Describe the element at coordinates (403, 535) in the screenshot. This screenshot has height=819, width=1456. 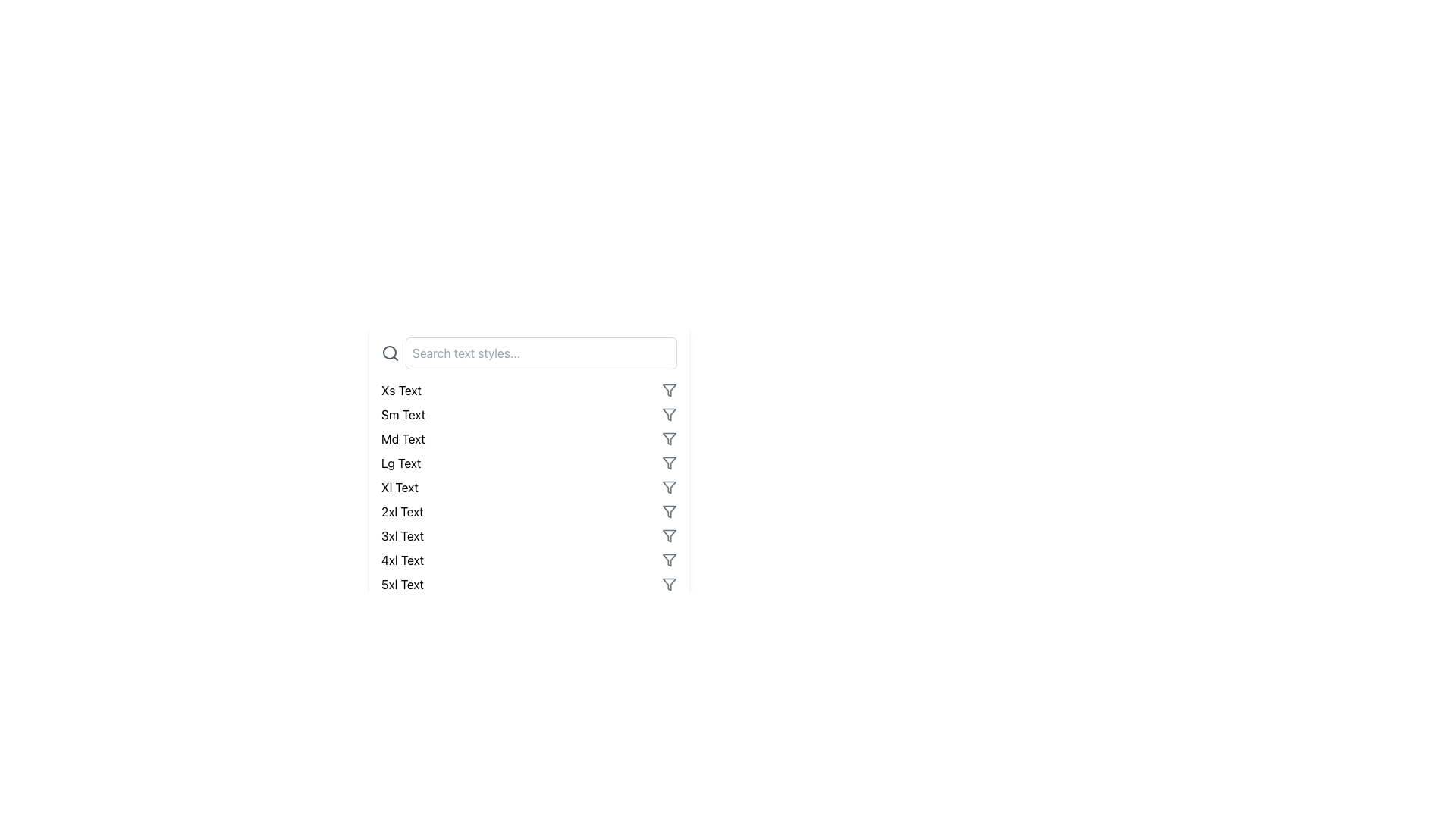
I see `the text element displaying '3xl Text', which is styled in a larger font and is the third entry from the bottom in a list of text styles` at that location.